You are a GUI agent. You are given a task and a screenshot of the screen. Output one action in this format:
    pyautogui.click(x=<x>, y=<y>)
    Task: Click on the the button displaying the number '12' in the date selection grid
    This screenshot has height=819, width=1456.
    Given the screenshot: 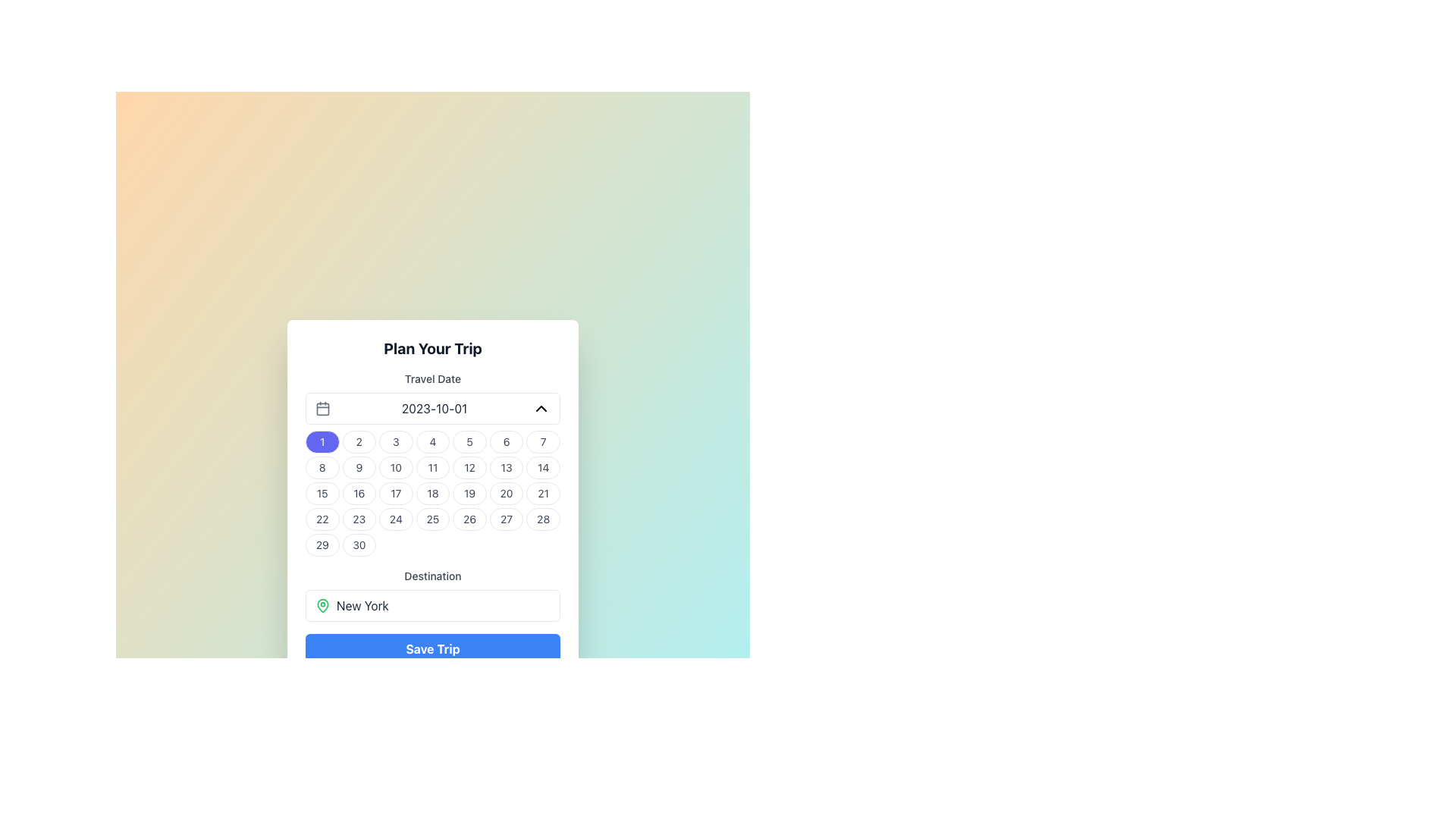 What is the action you would take?
    pyautogui.click(x=469, y=467)
    